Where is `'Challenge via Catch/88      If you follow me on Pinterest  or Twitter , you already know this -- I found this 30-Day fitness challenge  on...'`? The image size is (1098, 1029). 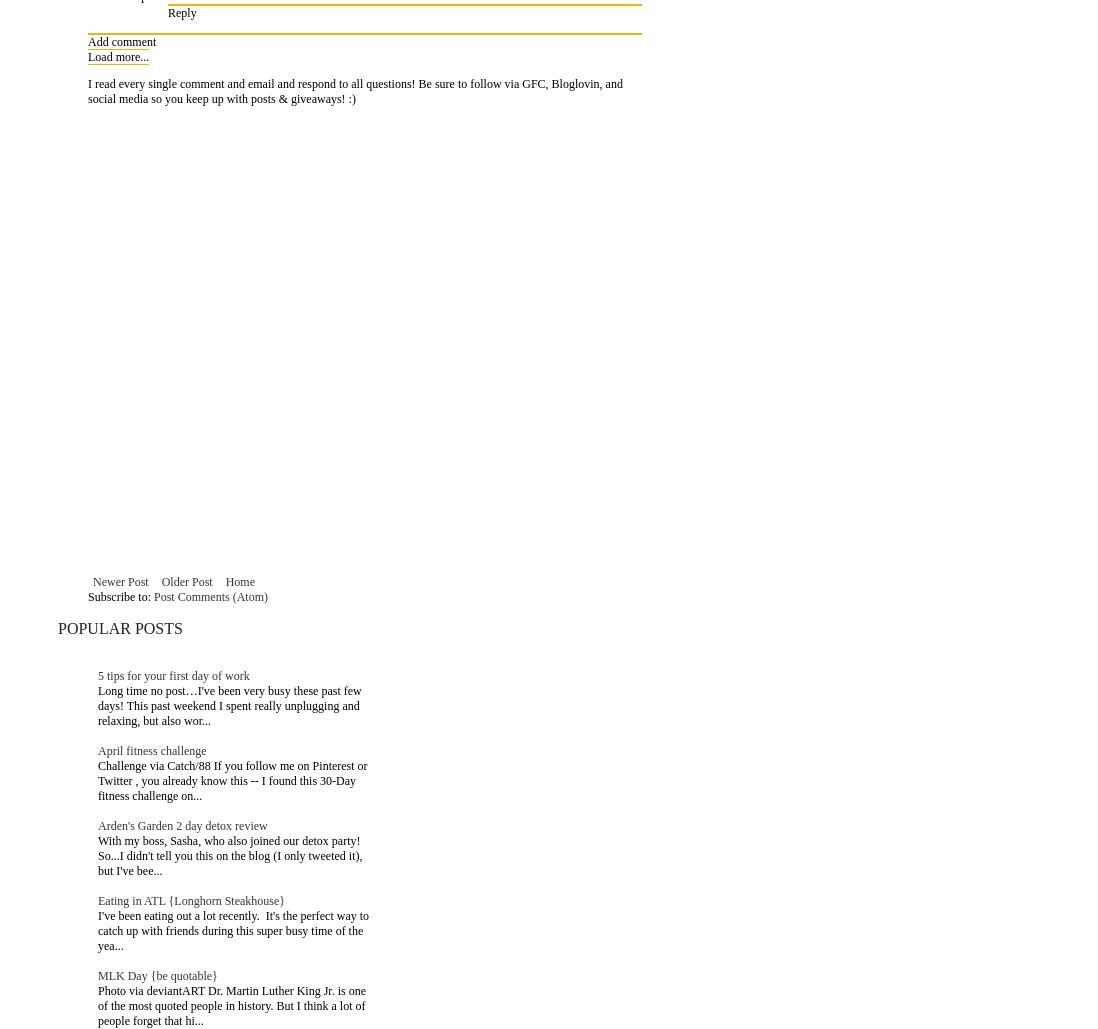
'Challenge via Catch/88      If you follow me on Pinterest  or Twitter , you already know this -- I found this 30-Day fitness challenge  on...' is located at coordinates (231, 781).